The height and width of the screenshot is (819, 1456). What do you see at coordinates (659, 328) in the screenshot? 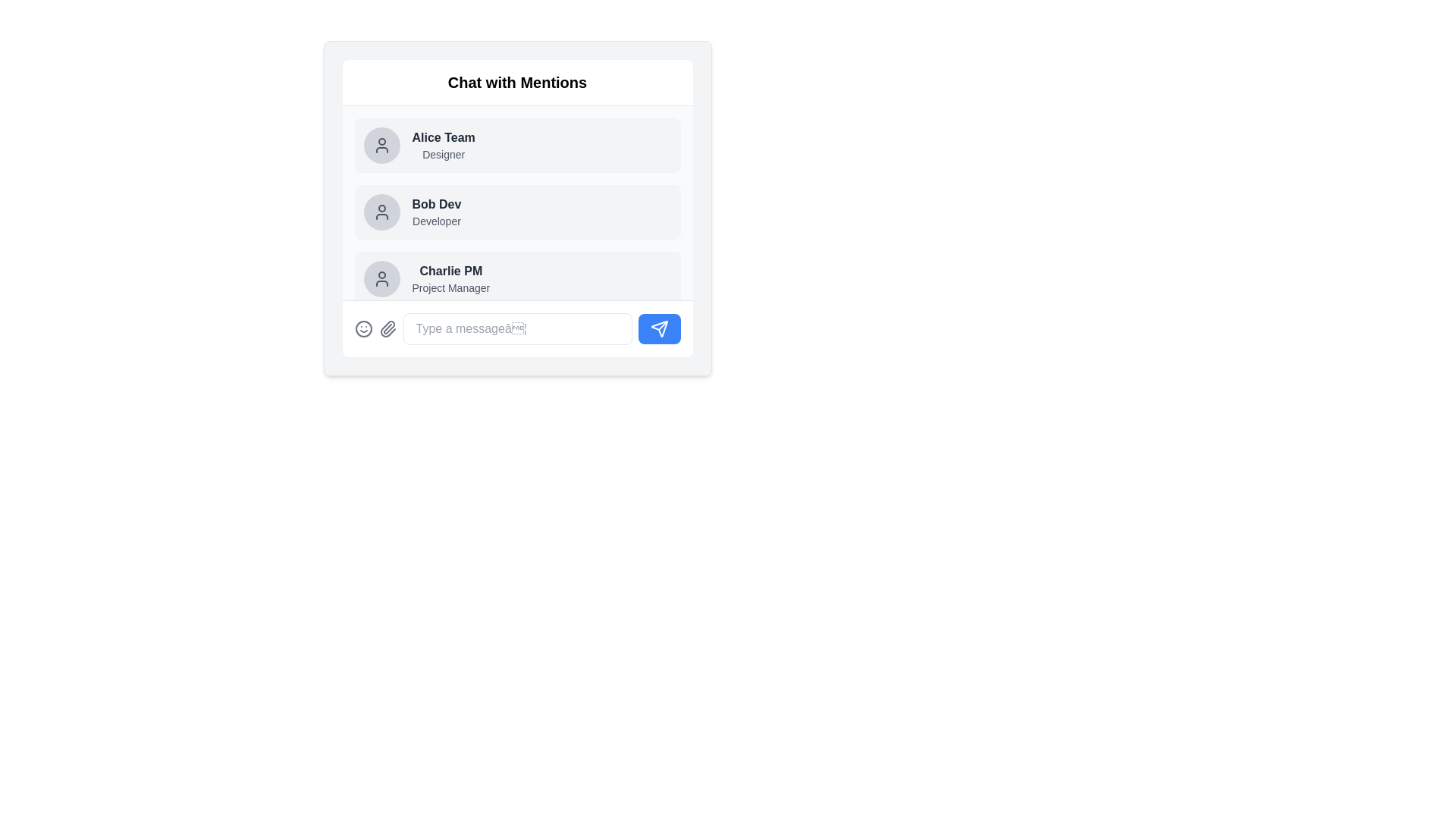
I see `the triangular 'Send' icon within the blue 'Send' button located at the bottom-right corner of the chat interface to send a message` at bounding box center [659, 328].